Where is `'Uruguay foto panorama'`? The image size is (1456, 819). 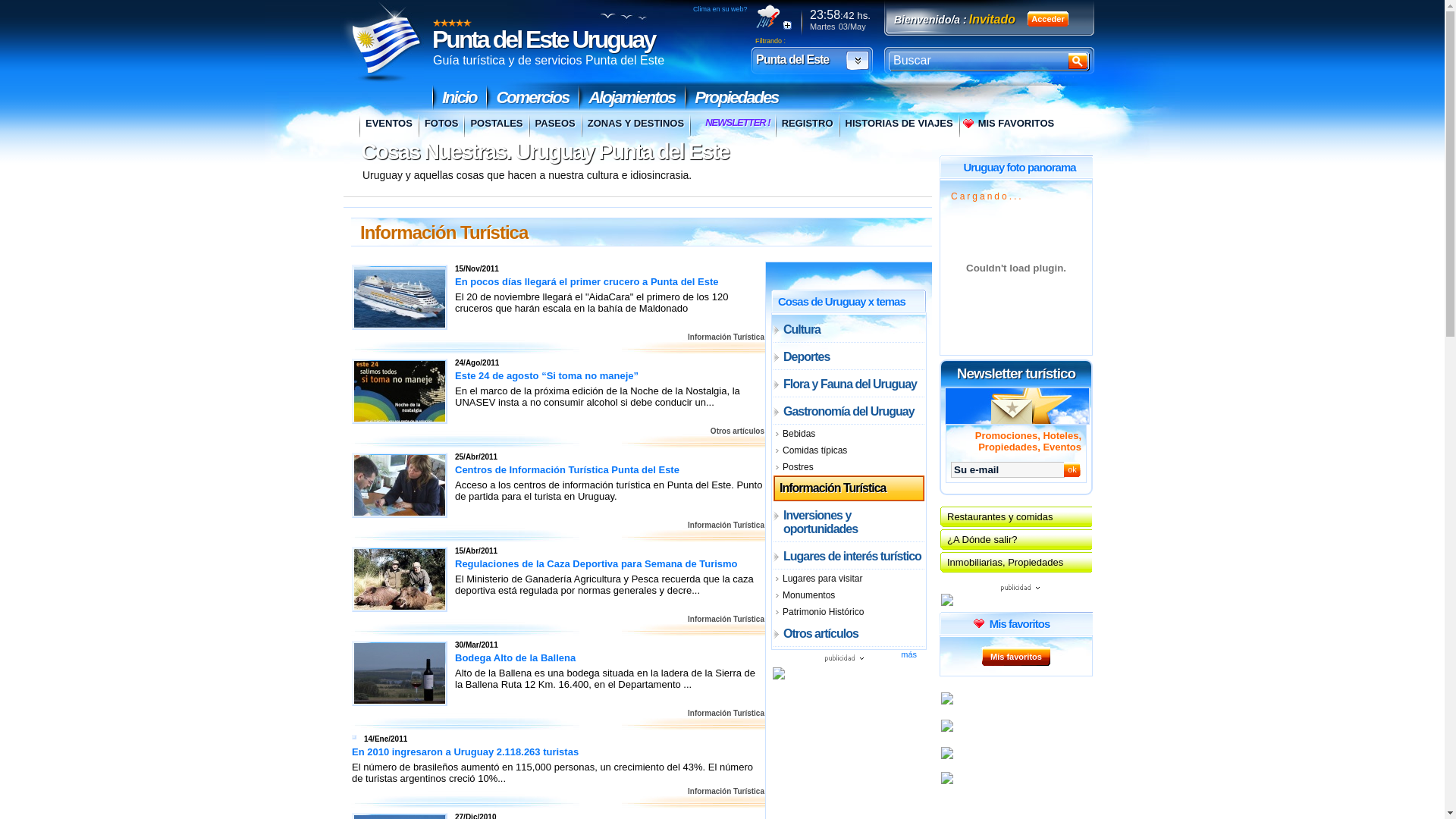 'Uruguay foto panorama' is located at coordinates (1019, 166).